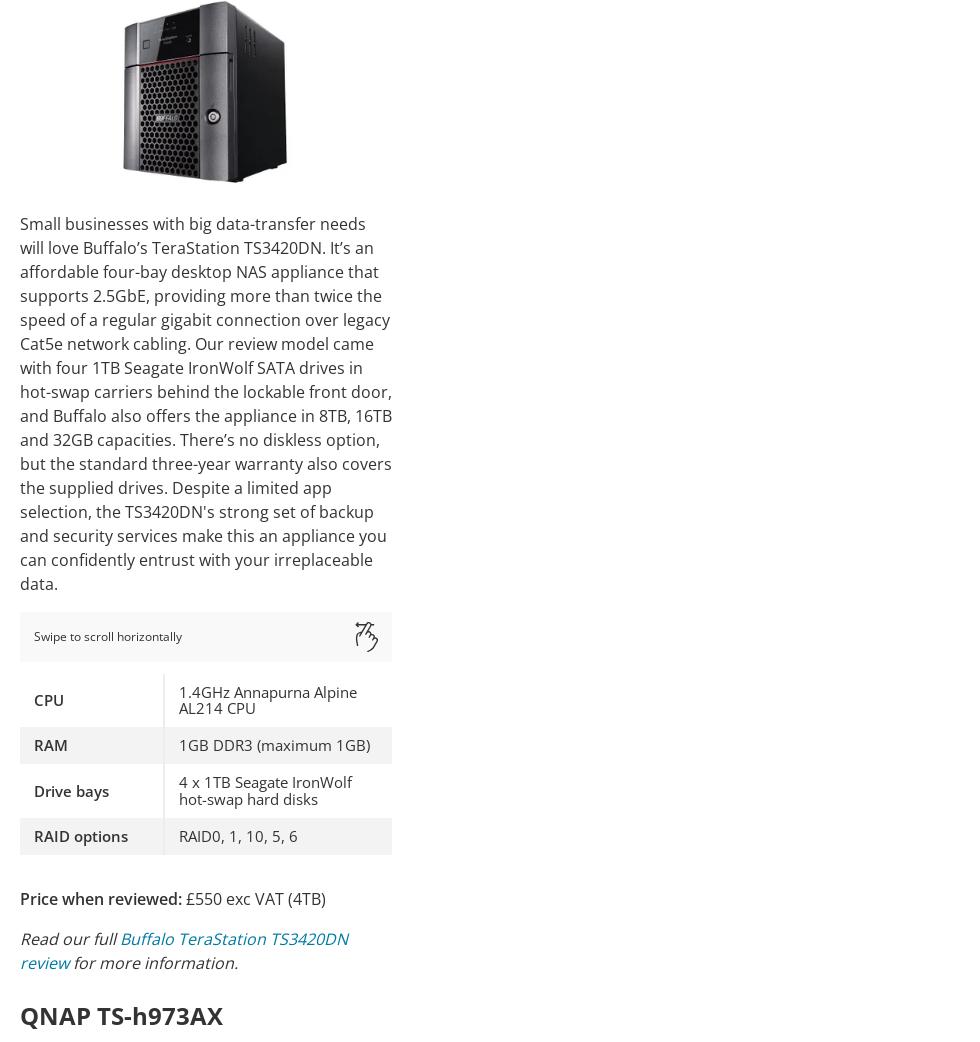 The height and width of the screenshot is (1042, 980). Describe the element at coordinates (238, 834) in the screenshot. I see `'RAID0, 1, 10, 5, 6'` at that location.